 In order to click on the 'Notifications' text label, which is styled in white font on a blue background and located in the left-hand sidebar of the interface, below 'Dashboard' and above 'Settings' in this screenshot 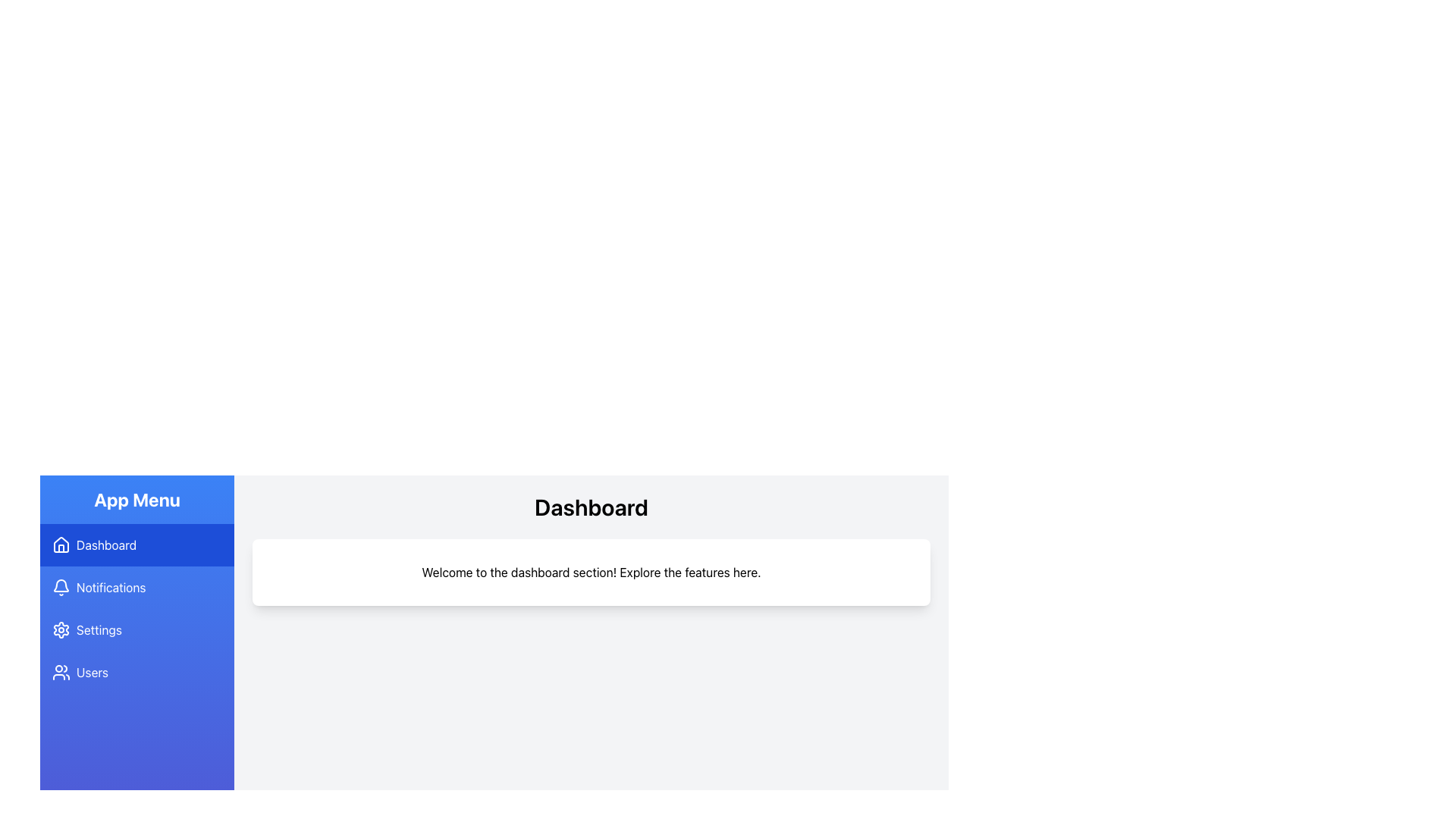, I will do `click(110, 587)`.